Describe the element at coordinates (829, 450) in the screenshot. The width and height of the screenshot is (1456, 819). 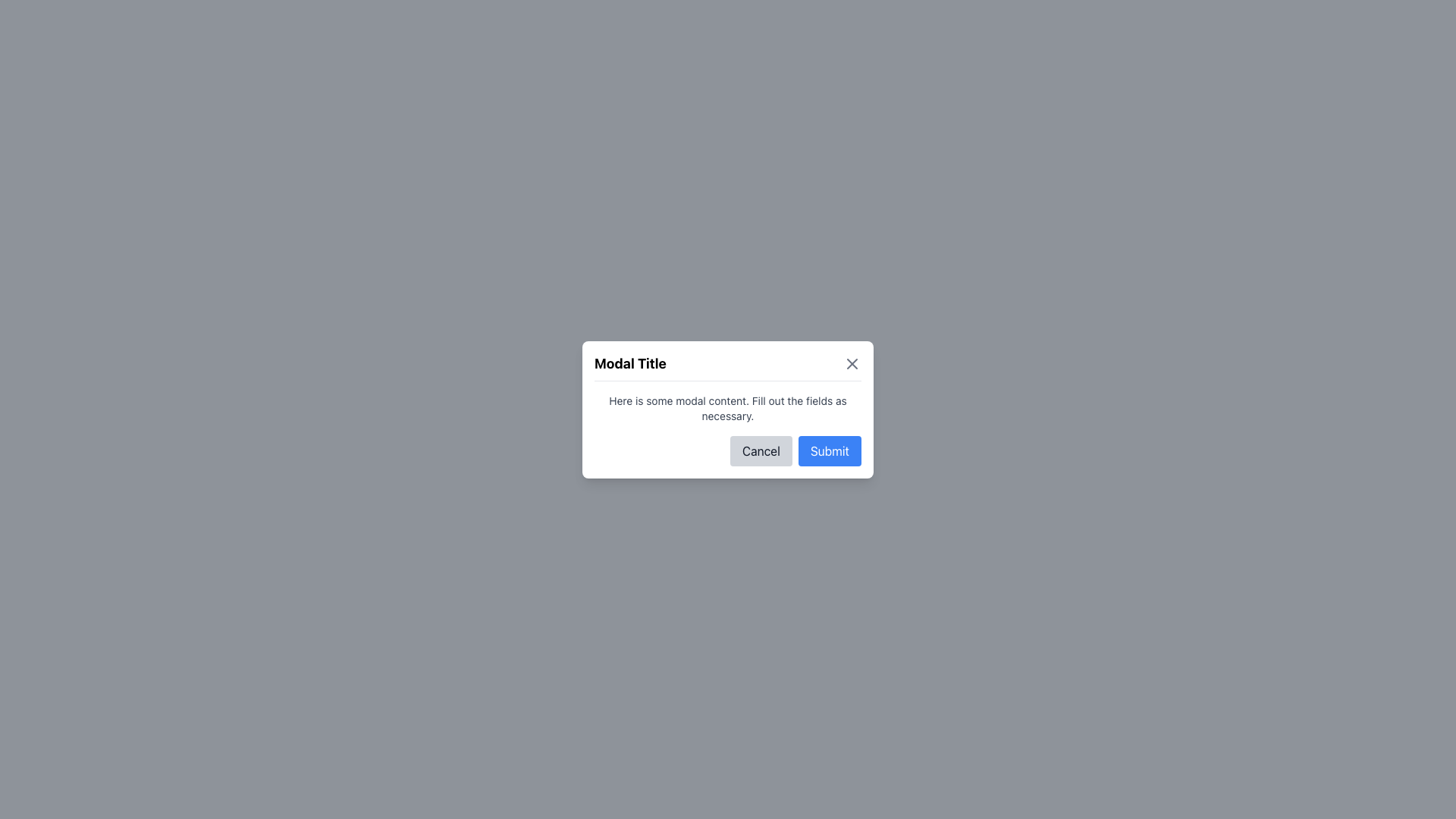
I see `the 'Submit' button with a blue background and white text located at the bottom-right corner of the modal window` at that location.